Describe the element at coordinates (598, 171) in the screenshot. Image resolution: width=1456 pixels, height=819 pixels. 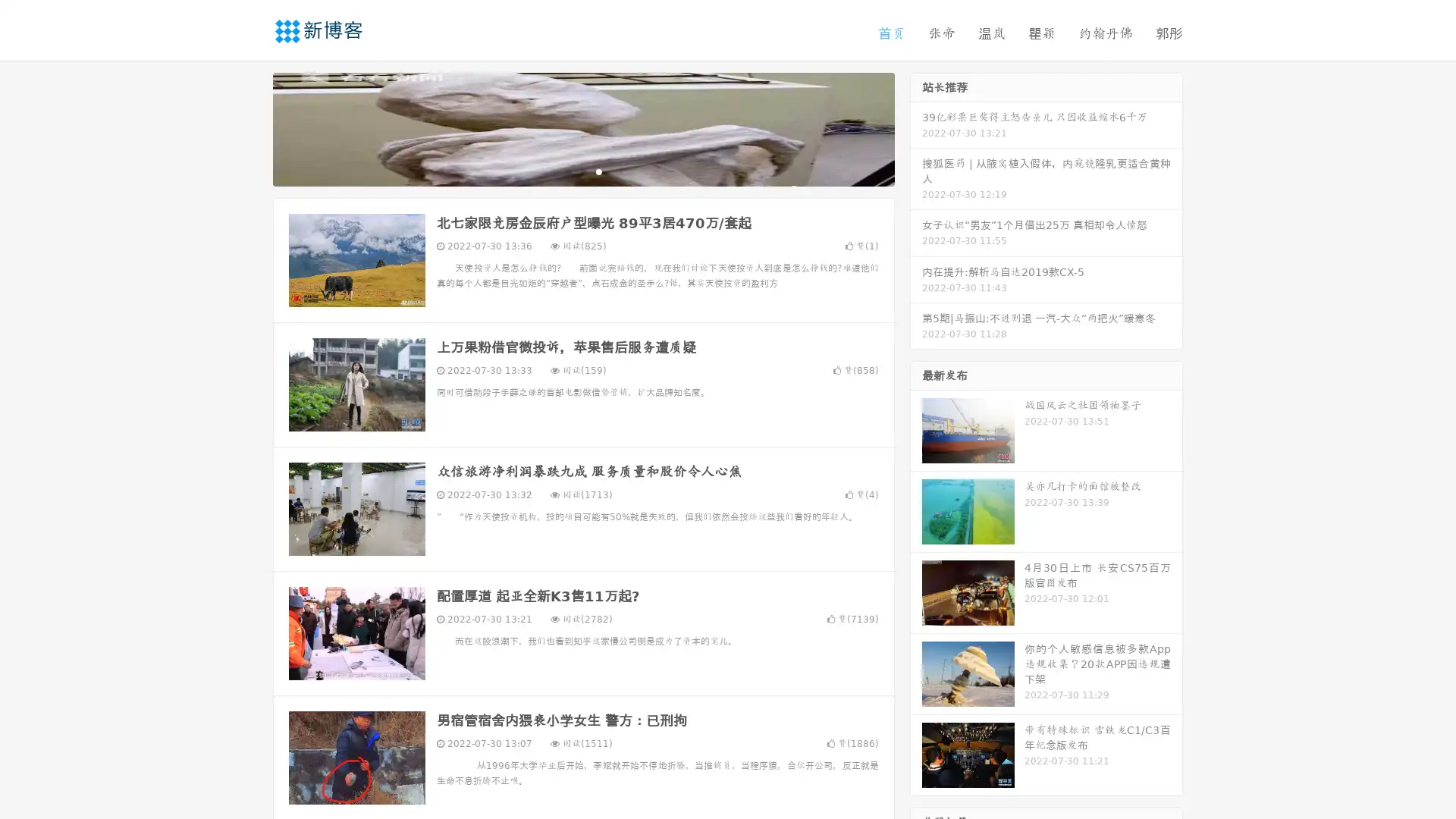
I see `Go to slide 3` at that location.